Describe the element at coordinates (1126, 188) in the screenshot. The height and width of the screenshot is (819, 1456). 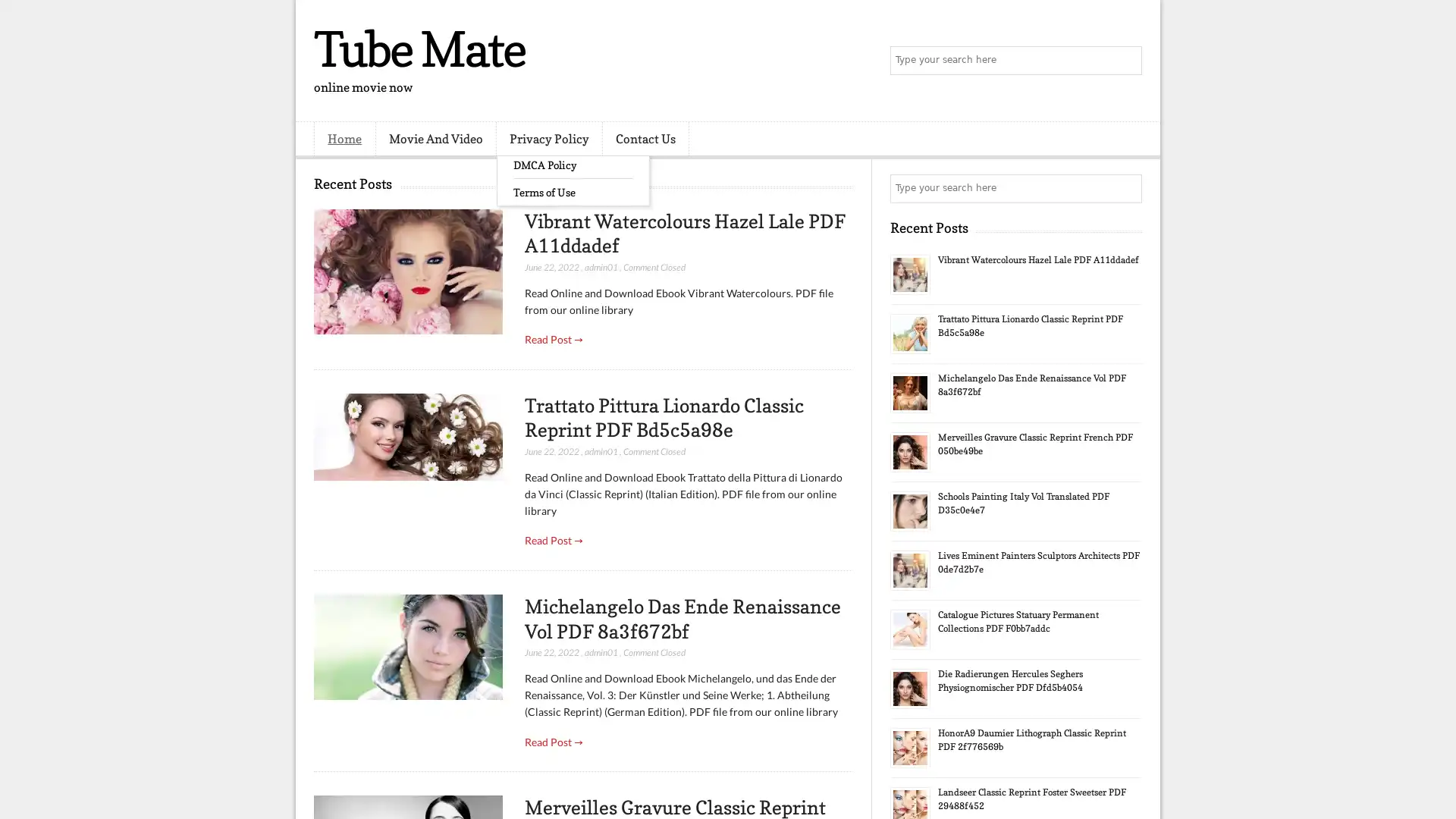
I see `Search` at that location.